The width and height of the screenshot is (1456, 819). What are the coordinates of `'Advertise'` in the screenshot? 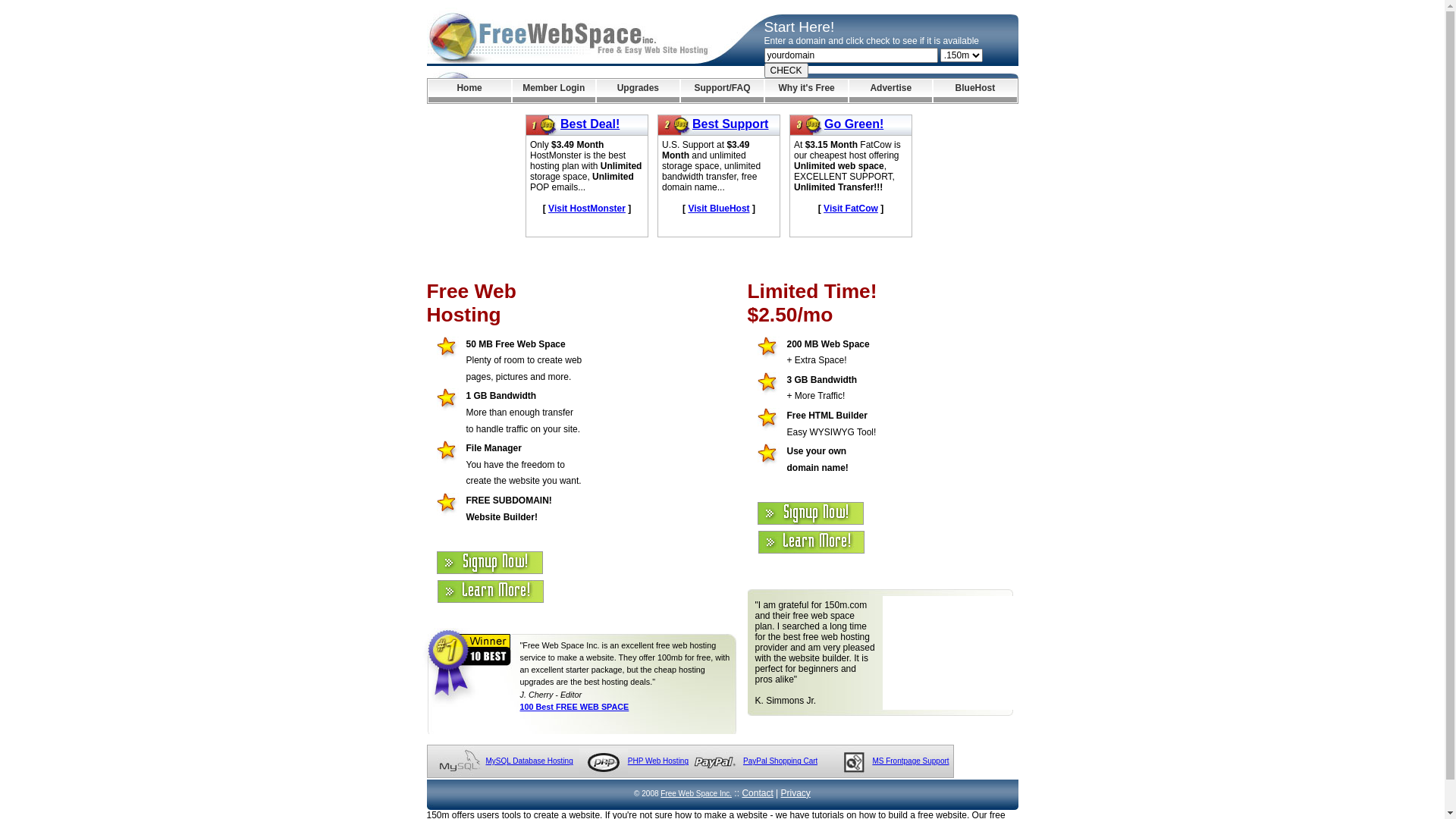 It's located at (890, 90).